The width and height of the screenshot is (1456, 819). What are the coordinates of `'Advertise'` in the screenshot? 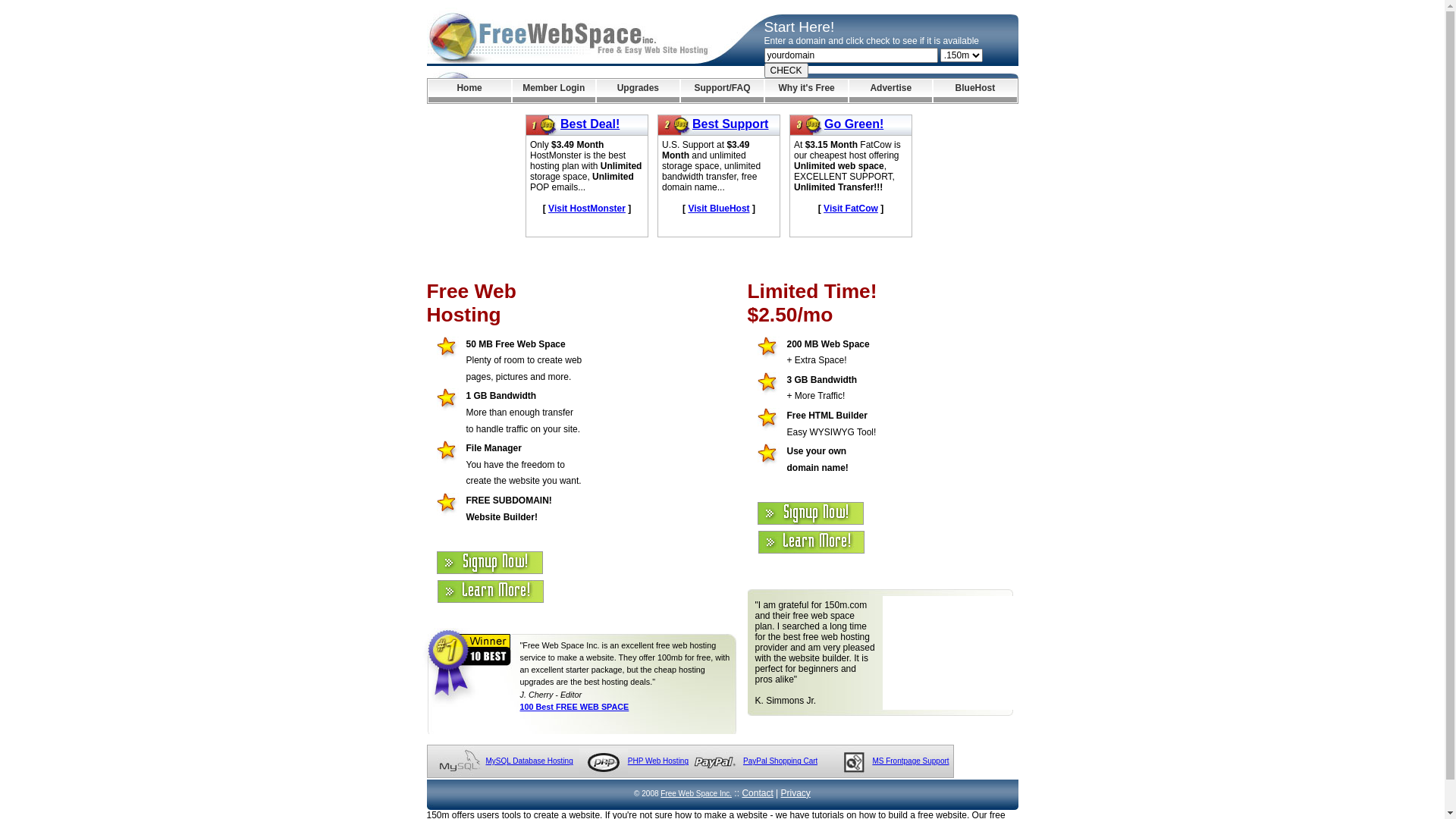 It's located at (890, 90).